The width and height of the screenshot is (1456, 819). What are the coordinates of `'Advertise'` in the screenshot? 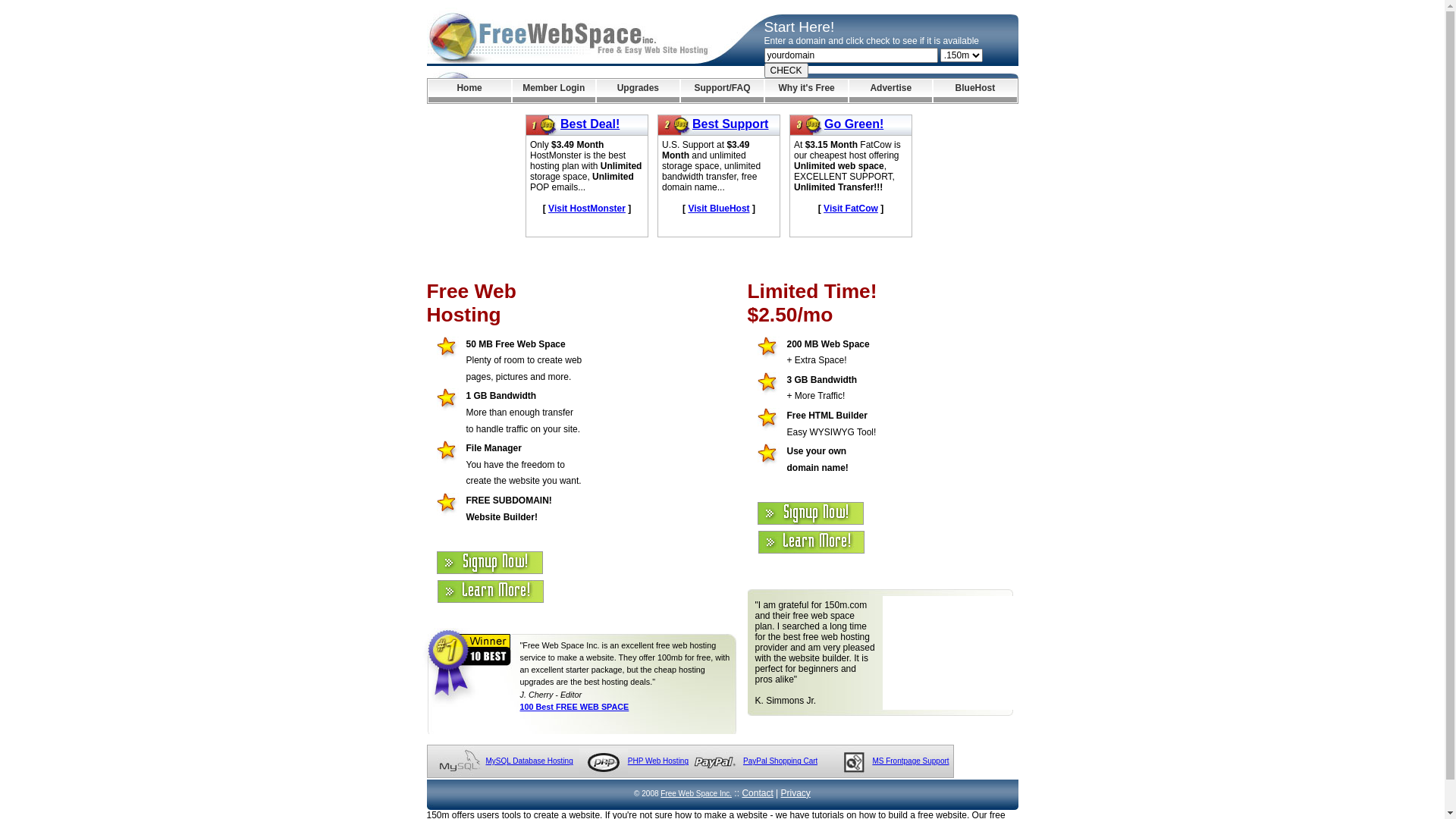 It's located at (890, 90).